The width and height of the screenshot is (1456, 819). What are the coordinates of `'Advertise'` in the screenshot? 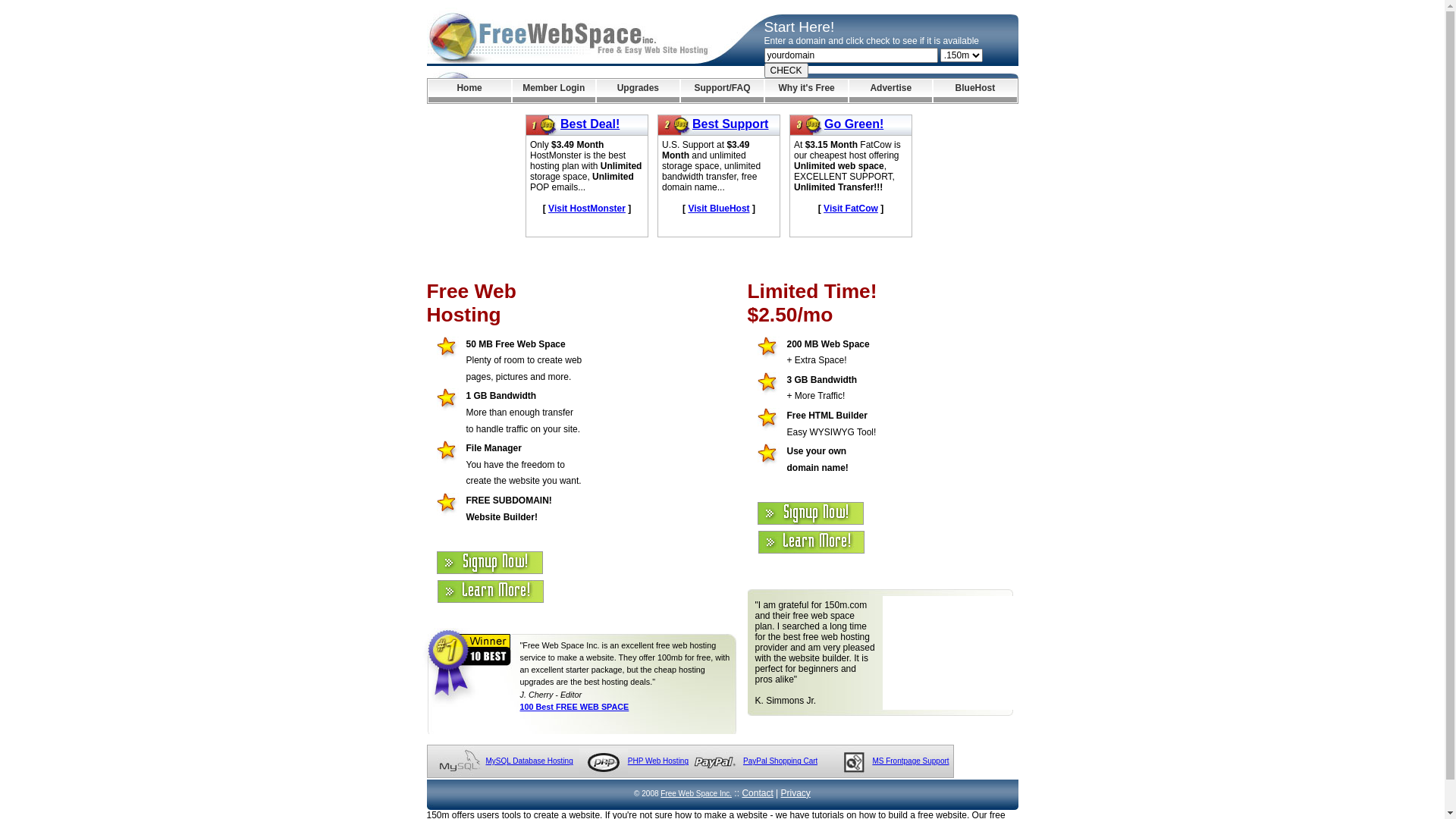 It's located at (890, 90).